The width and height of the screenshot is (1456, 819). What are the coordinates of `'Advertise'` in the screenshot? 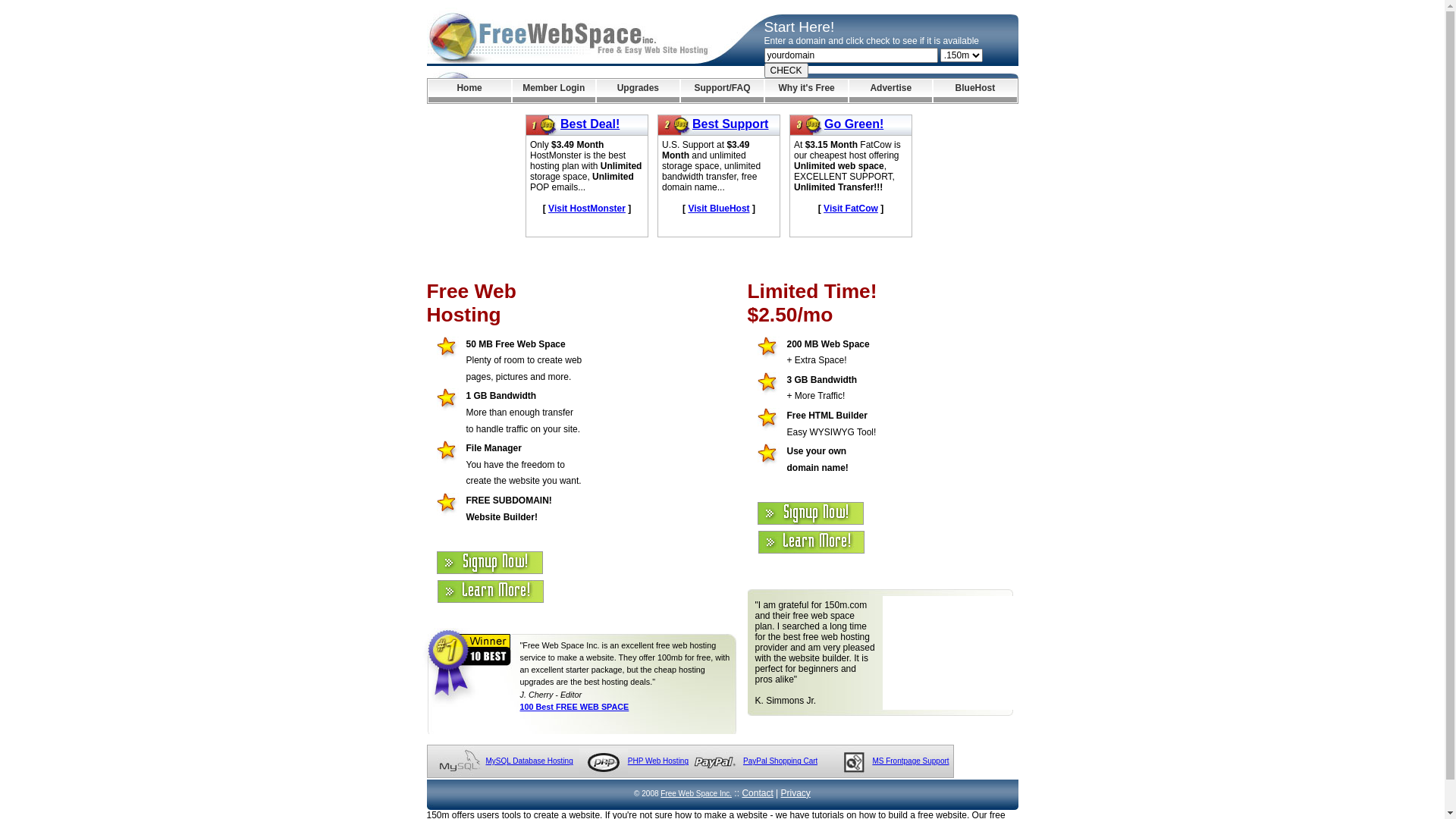 It's located at (890, 90).